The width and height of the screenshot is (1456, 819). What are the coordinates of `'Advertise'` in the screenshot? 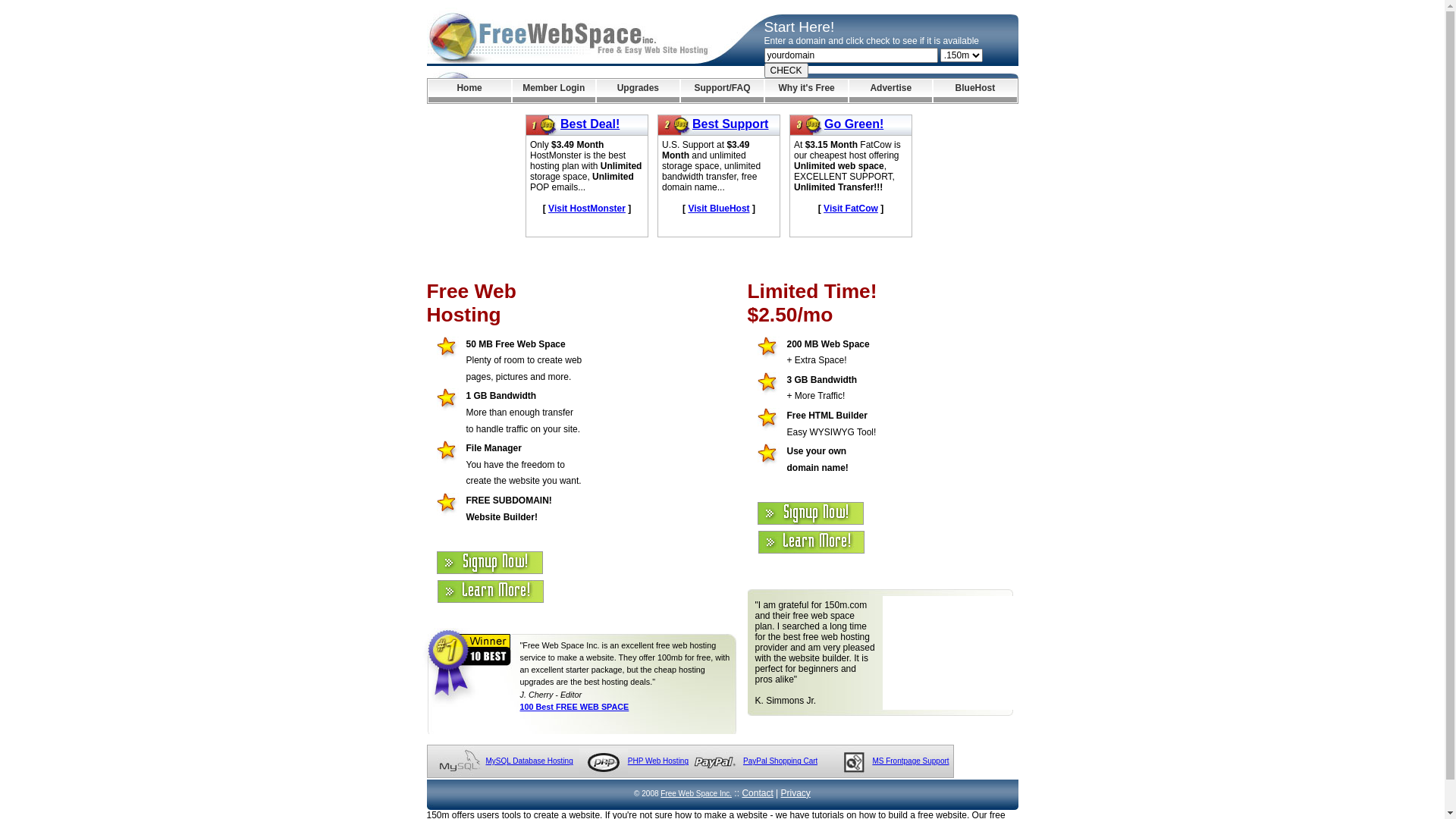 It's located at (890, 90).